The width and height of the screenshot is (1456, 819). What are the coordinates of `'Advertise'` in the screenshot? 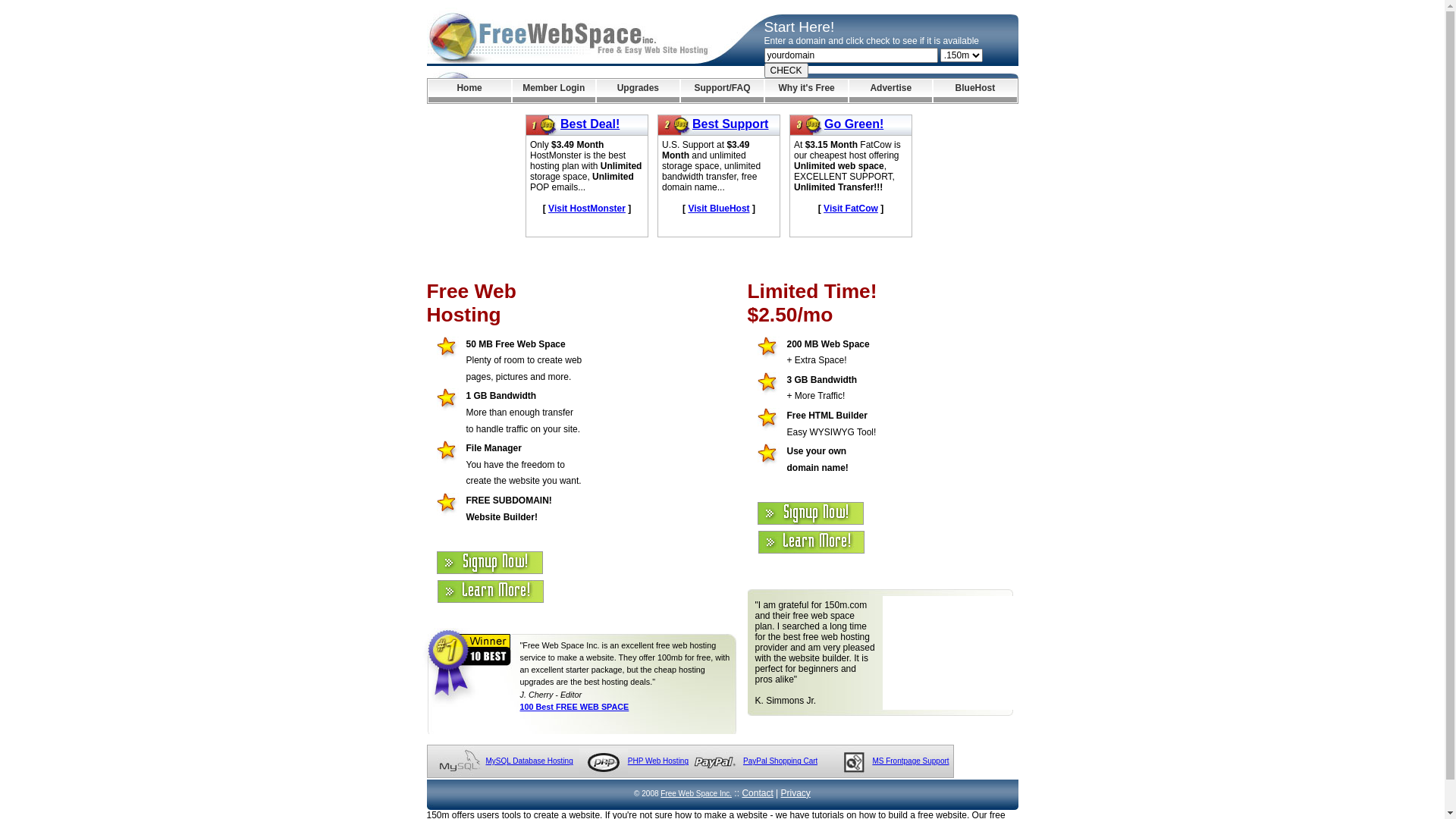 It's located at (890, 90).